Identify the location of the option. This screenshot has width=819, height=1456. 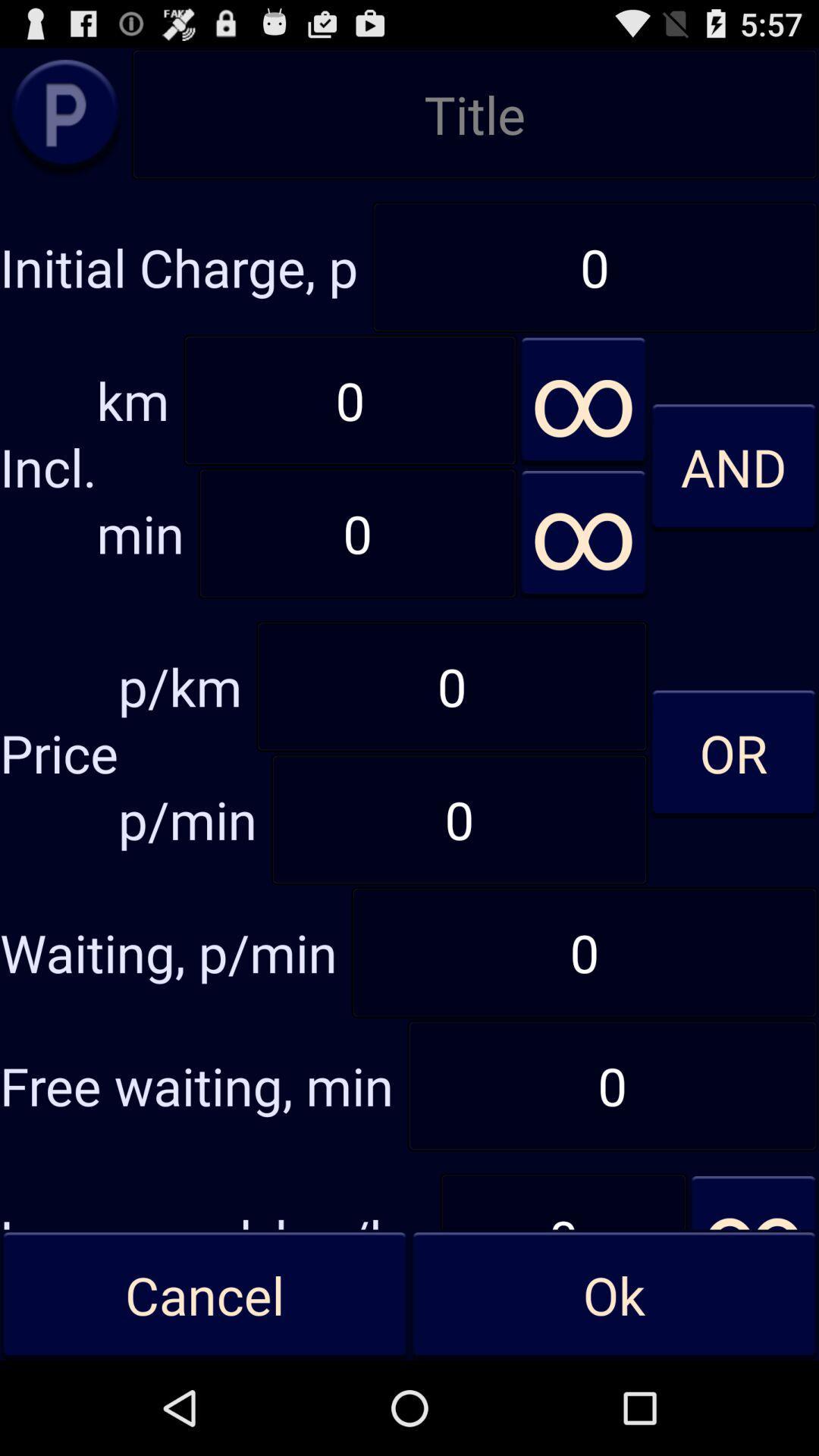
(64, 113).